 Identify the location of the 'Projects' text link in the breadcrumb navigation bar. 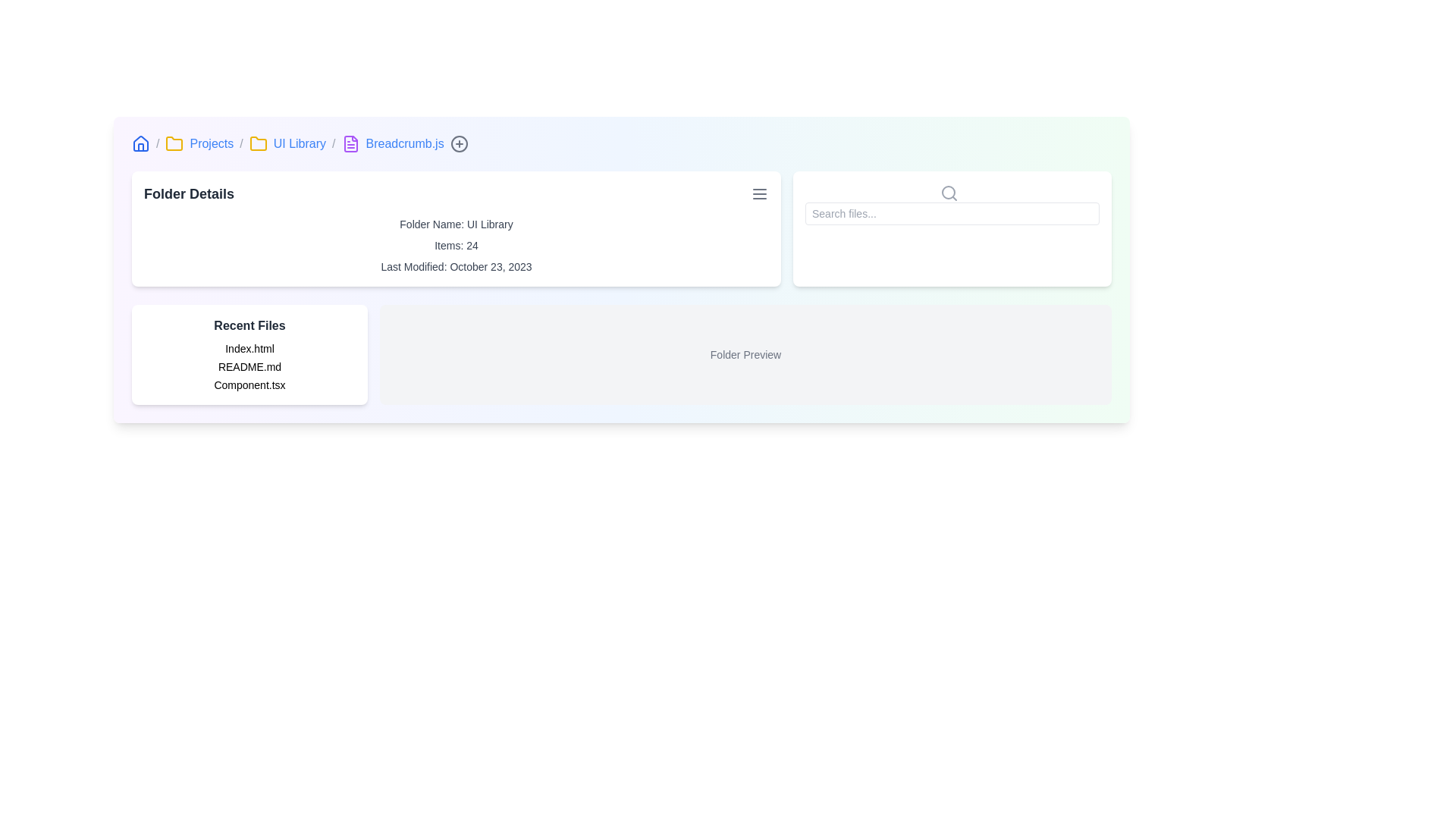
(211, 143).